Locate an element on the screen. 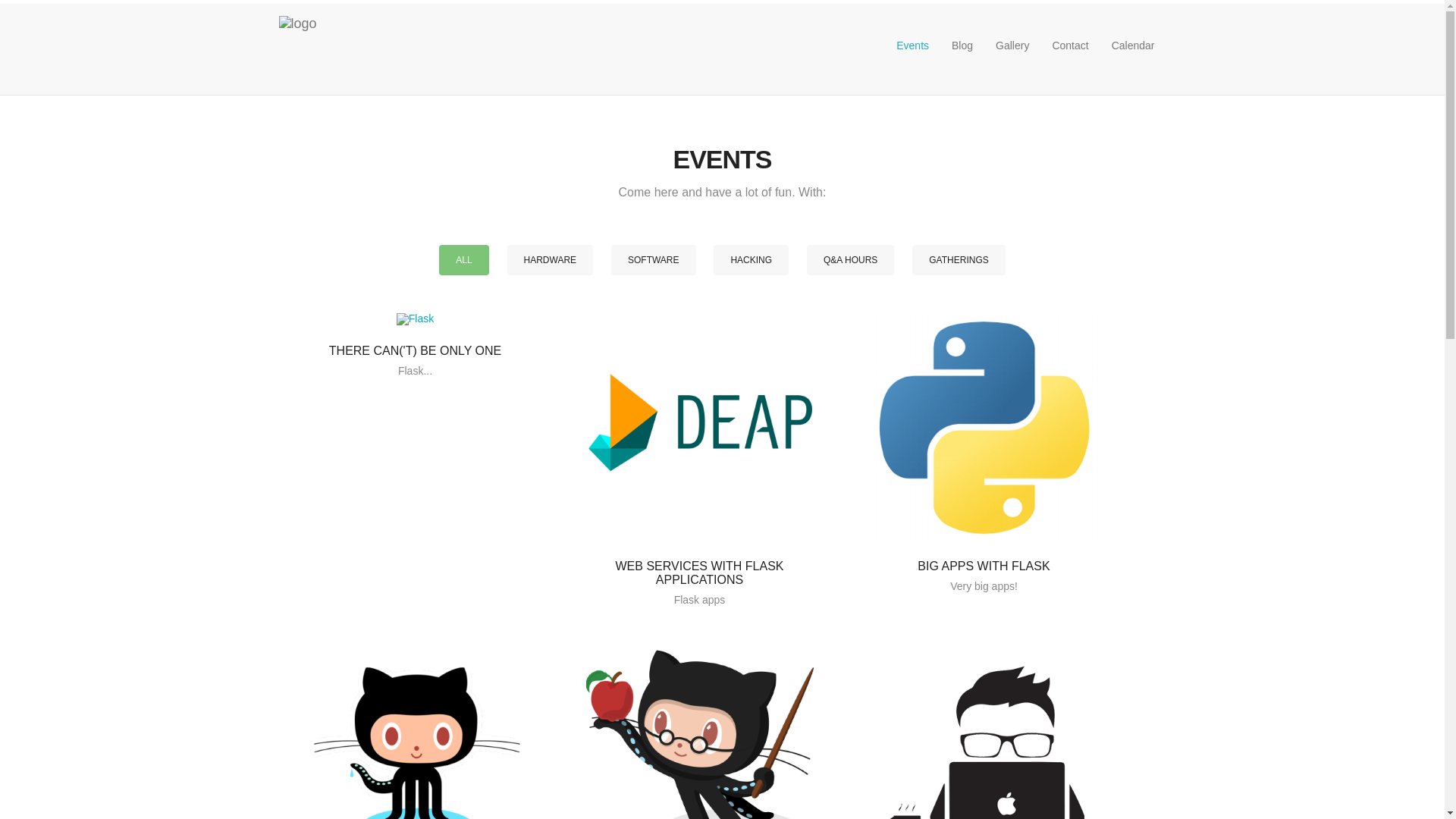 The image size is (1456, 819). 'Calendar' is located at coordinates (1133, 45).